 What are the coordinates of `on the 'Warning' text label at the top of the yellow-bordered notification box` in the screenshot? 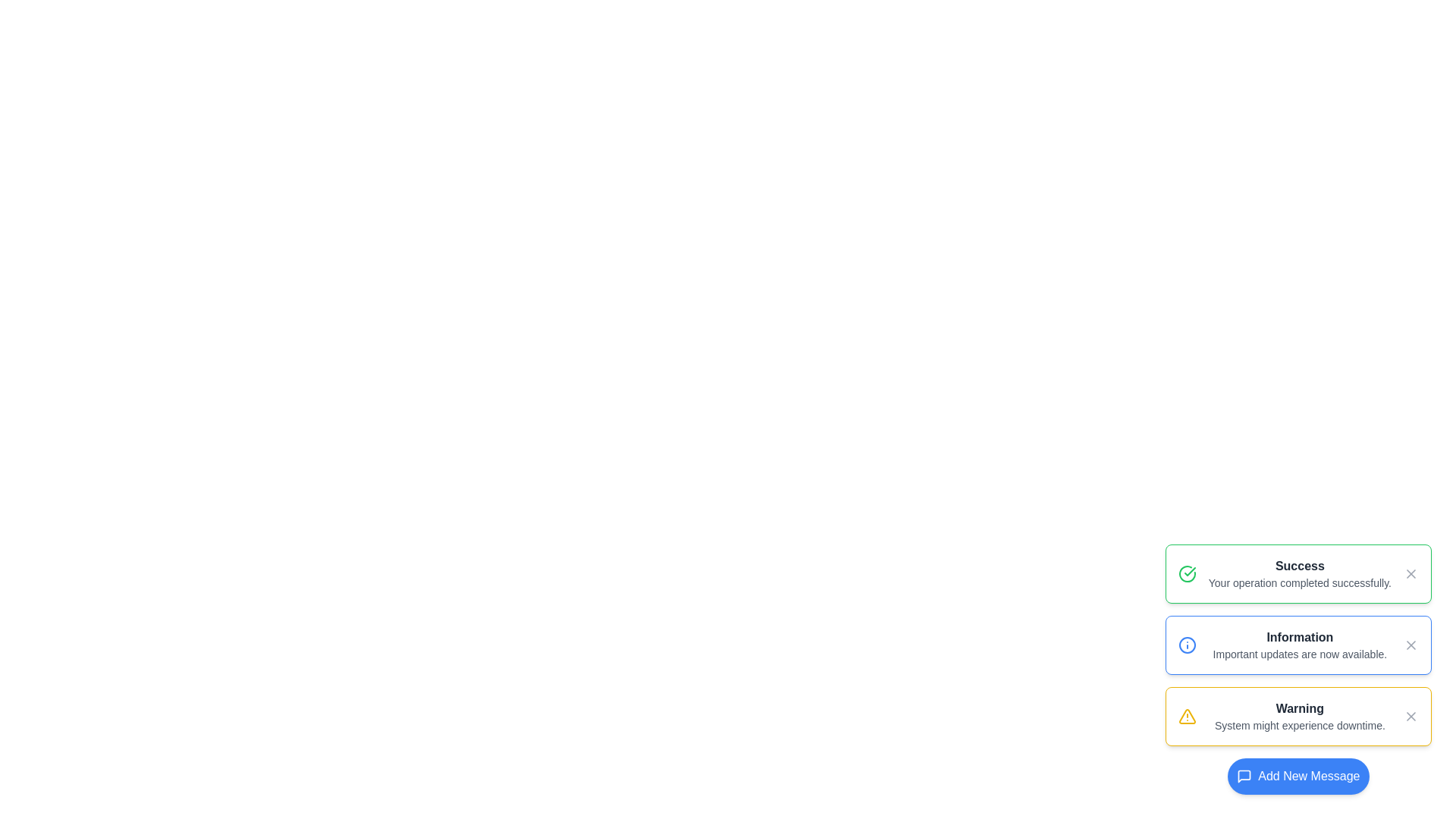 It's located at (1299, 708).